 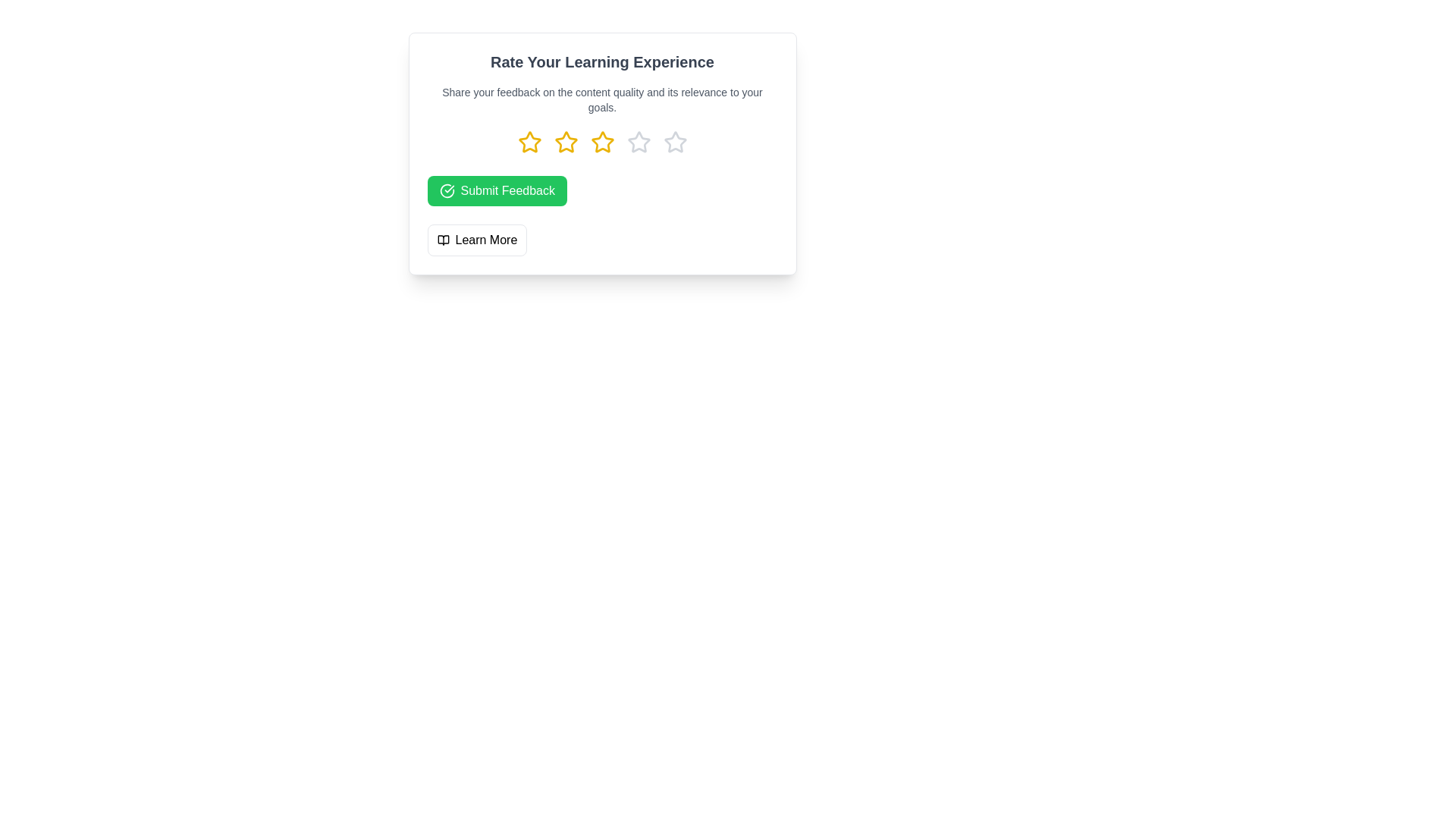 What do you see at coordinates (476, 239) in the screenshot?
I see `the 'Learn More' button to explore additional information` at bounding box center [476, 239].